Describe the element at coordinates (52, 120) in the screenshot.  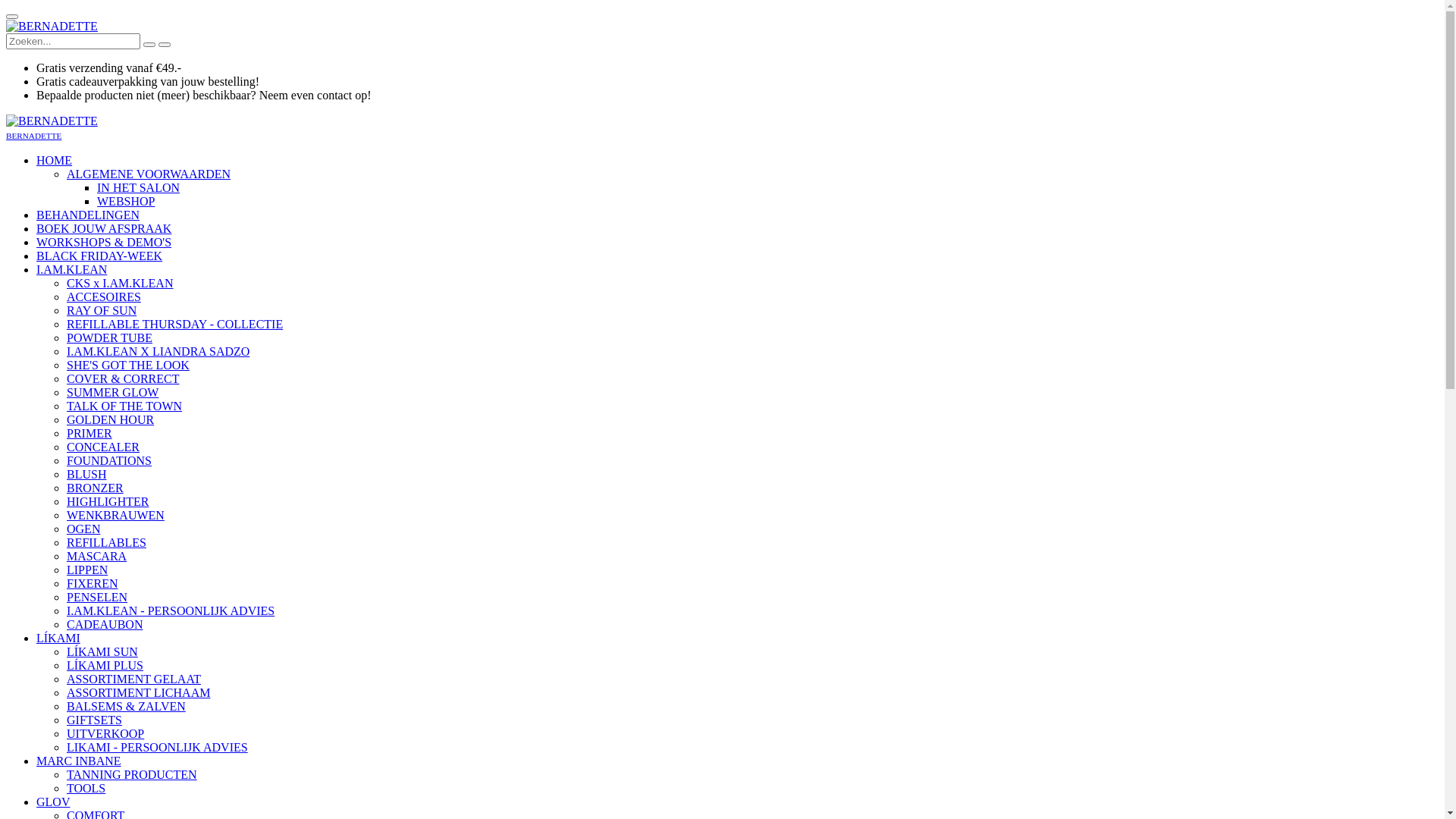
I see `'BERNADETTE'` at that location.